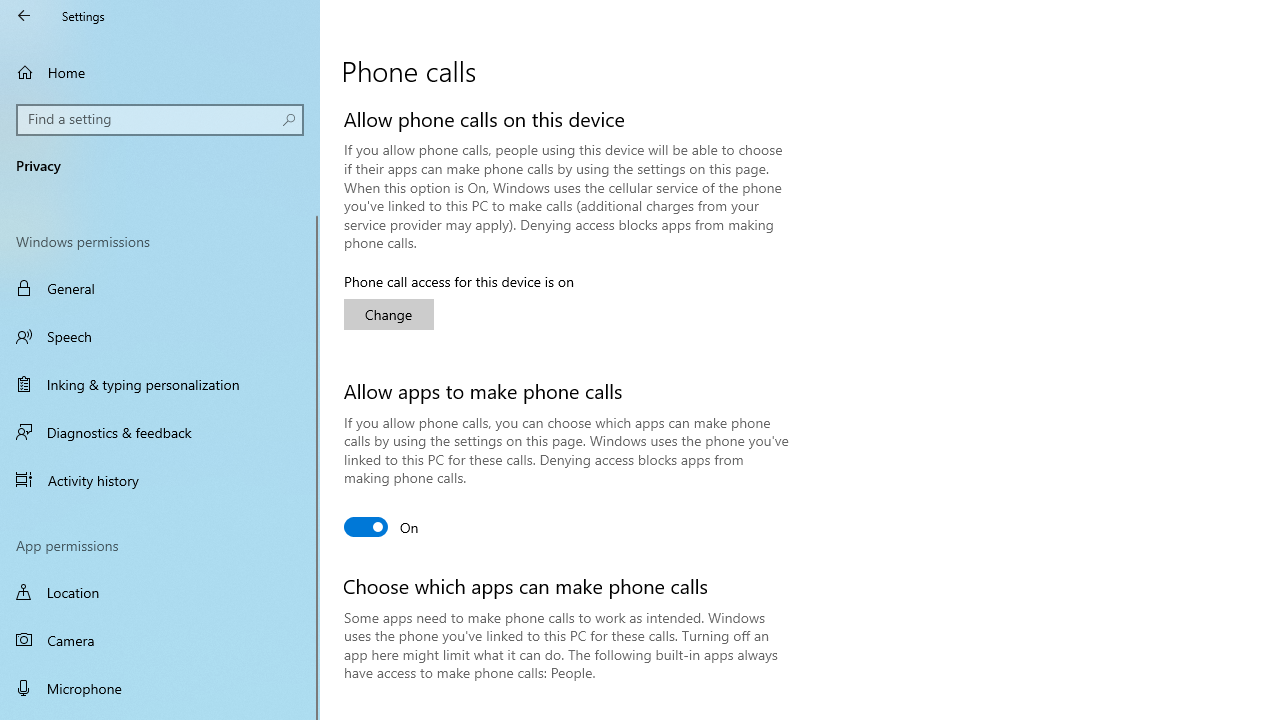 The width and height of the screenshot is (1280, 720). I want to click on 'Home', so click(160, 71).